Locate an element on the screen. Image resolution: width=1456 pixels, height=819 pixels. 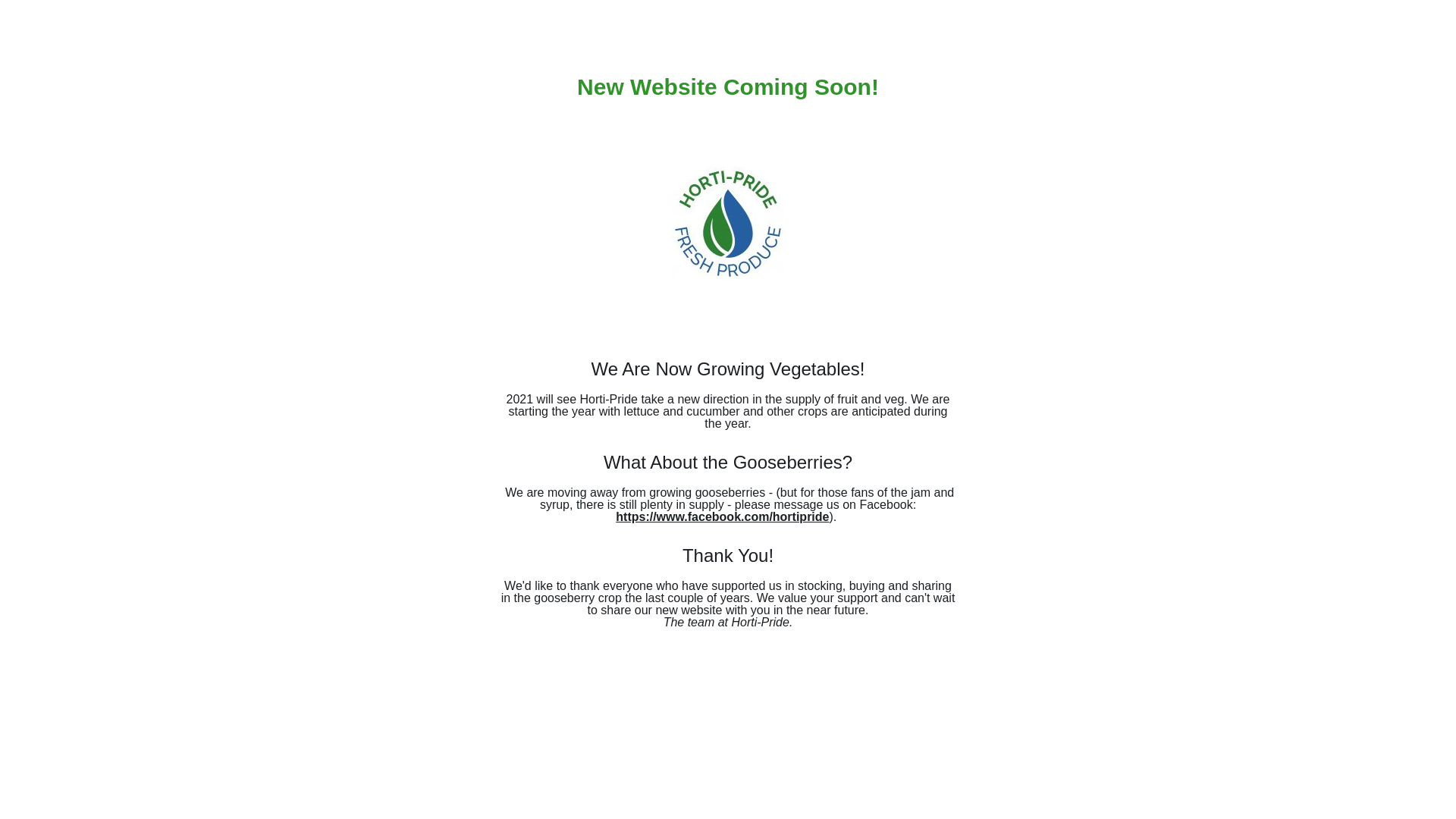
'https://www.facebook.com/hortipride' is located at coordinates (721, 516).